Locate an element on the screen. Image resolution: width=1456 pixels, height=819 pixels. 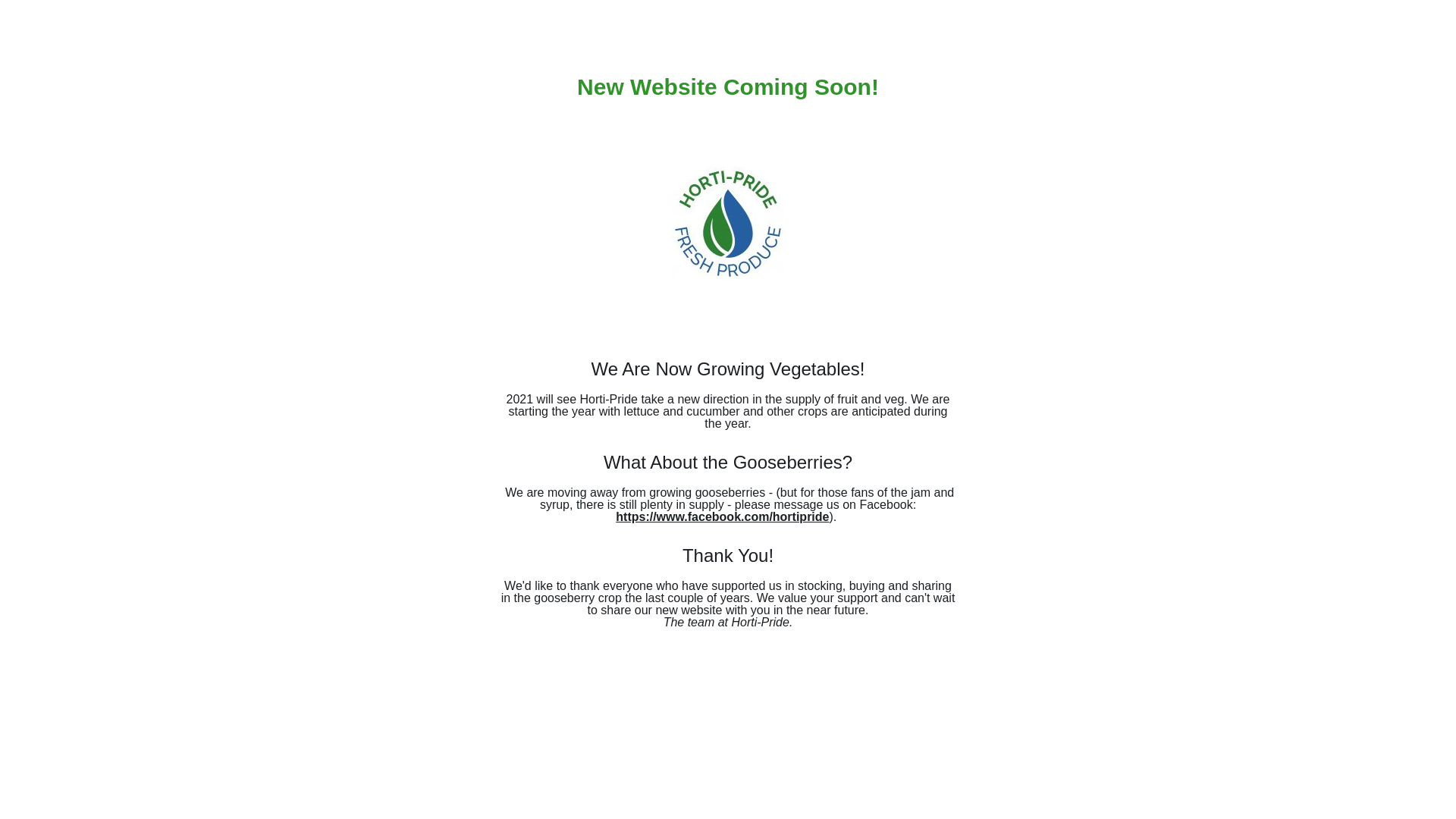
'https://www.facebook.com/hortipride' is located at coordinates (721, 516).